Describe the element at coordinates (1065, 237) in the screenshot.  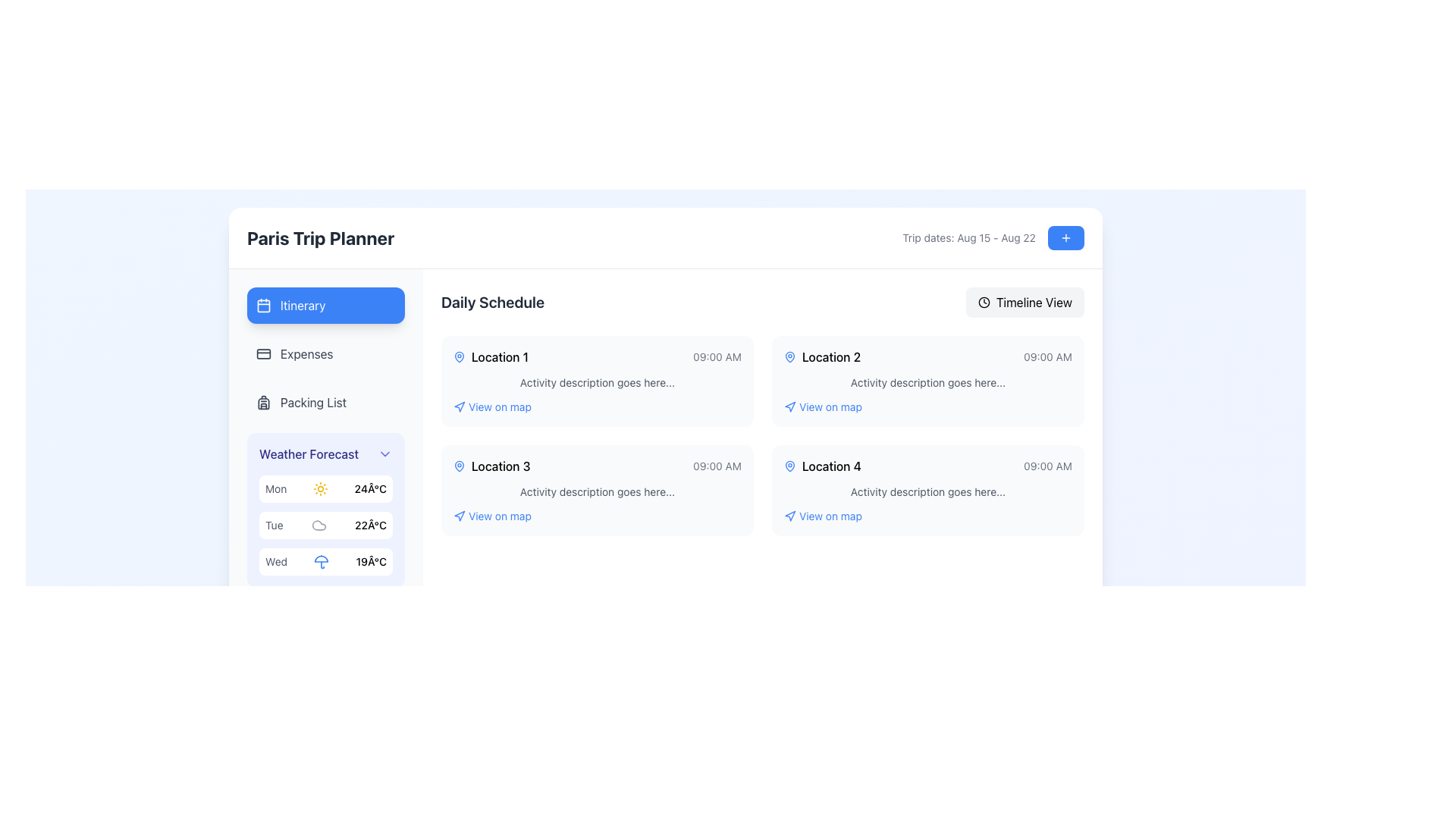
I see `the blue rectangular button with rounded corners located to the far right of the header section containing the text 'Trip dates: Aug 15 - Aug 22'` at that location.